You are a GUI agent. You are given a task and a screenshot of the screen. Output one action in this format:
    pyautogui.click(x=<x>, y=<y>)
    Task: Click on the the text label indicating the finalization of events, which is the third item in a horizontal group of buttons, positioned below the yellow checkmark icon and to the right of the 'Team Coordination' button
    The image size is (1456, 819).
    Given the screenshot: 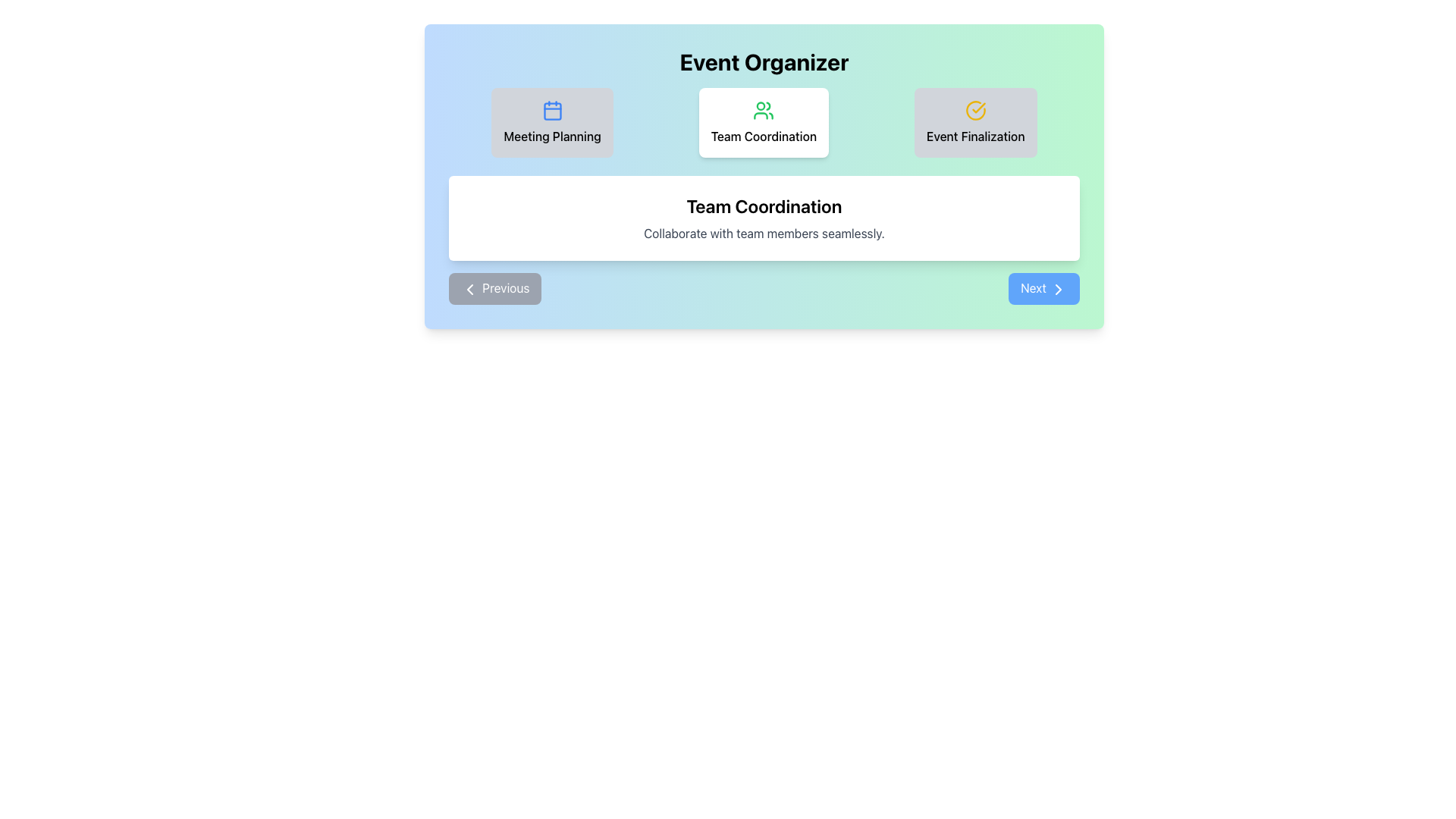 What is the action you would take?
    pyautogui.click(x=975, y=136)
    